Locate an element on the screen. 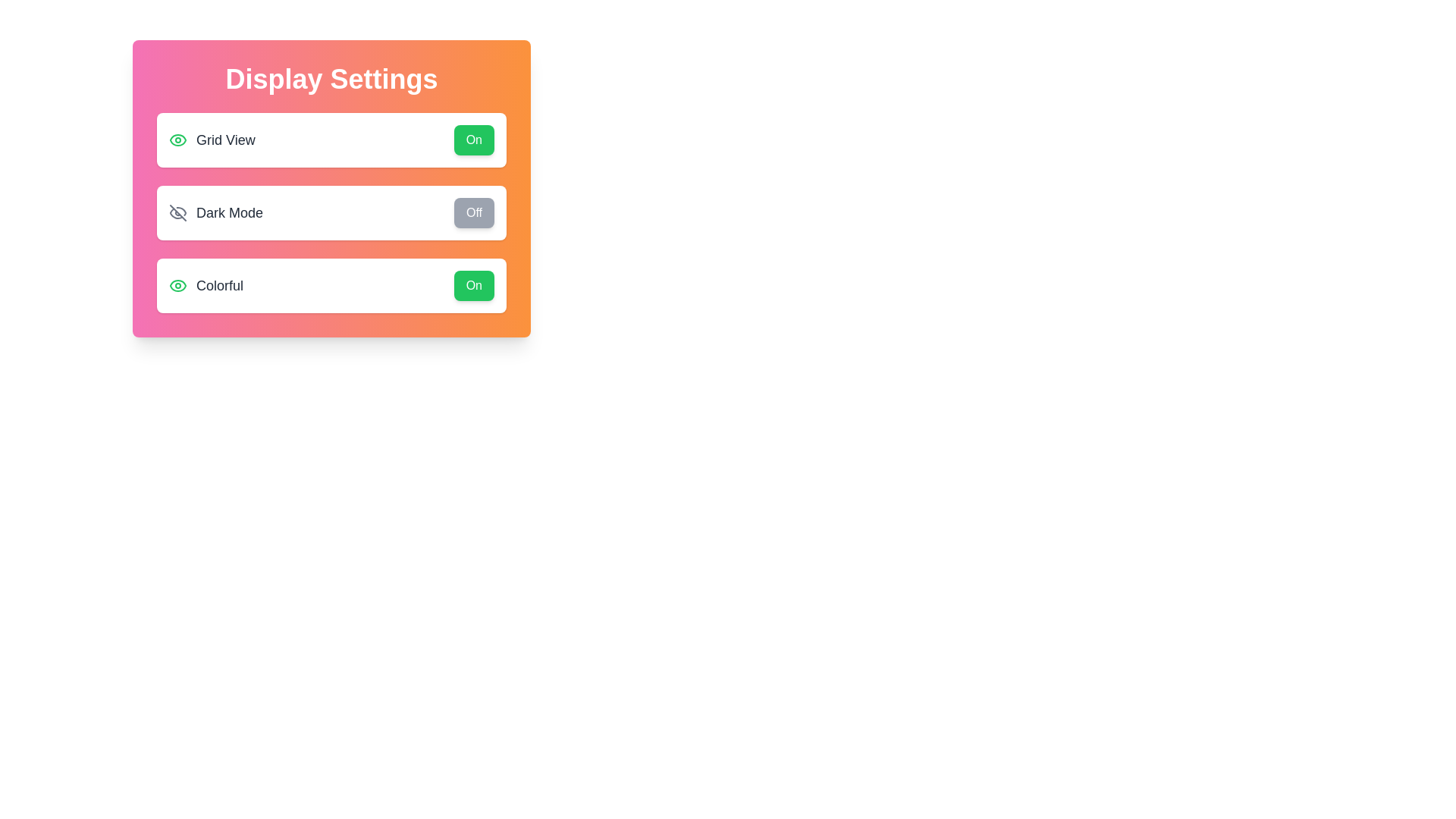  the 'Off' button for 'Dark Mode' to toggle it to 'On' is located at coordinates (472, 213).